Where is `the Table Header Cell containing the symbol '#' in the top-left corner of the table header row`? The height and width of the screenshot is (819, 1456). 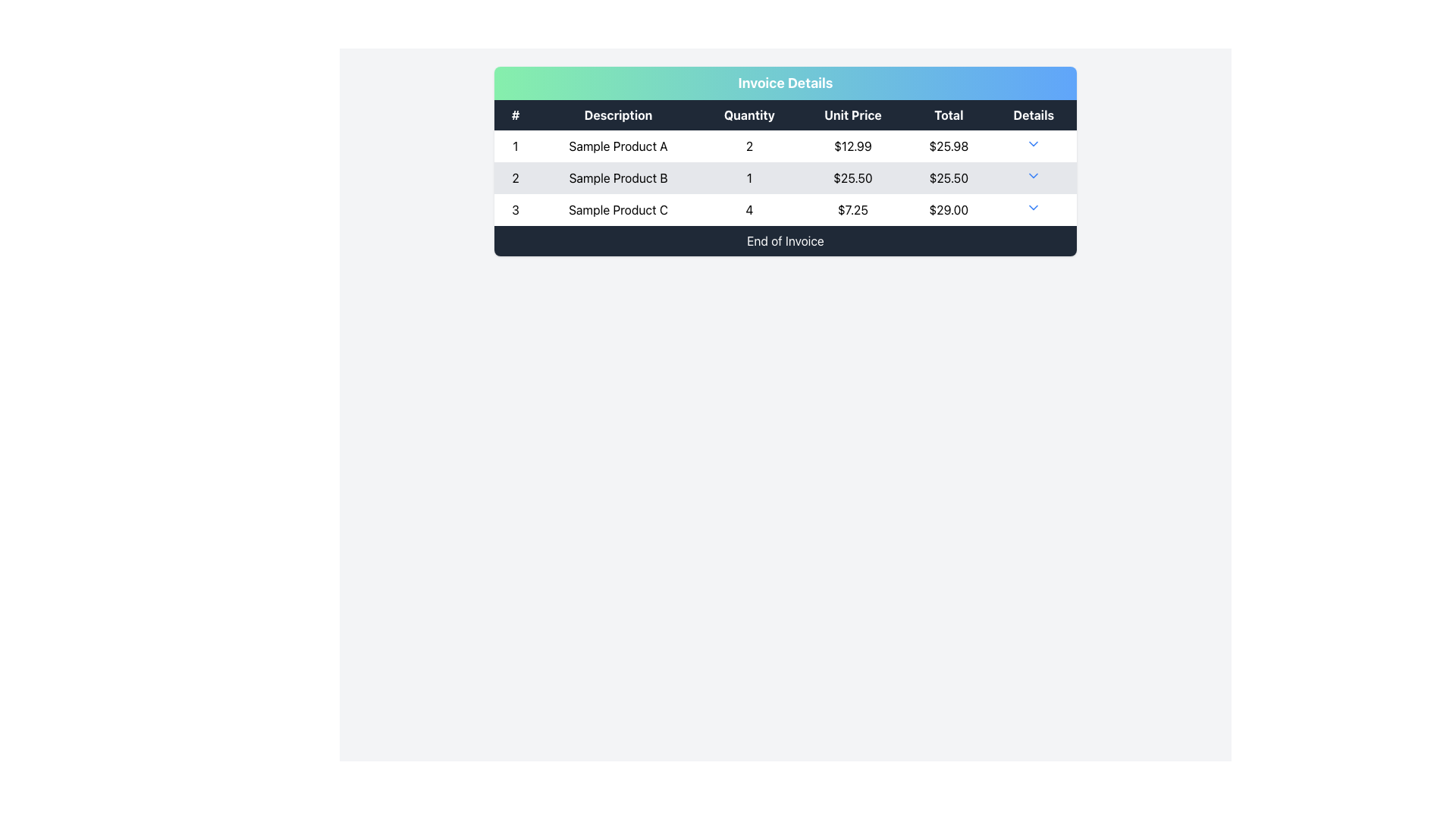 the Table Header Cell containing the symbol '#' in the top-left corner of the table header row is located at coordinates (516, 114).